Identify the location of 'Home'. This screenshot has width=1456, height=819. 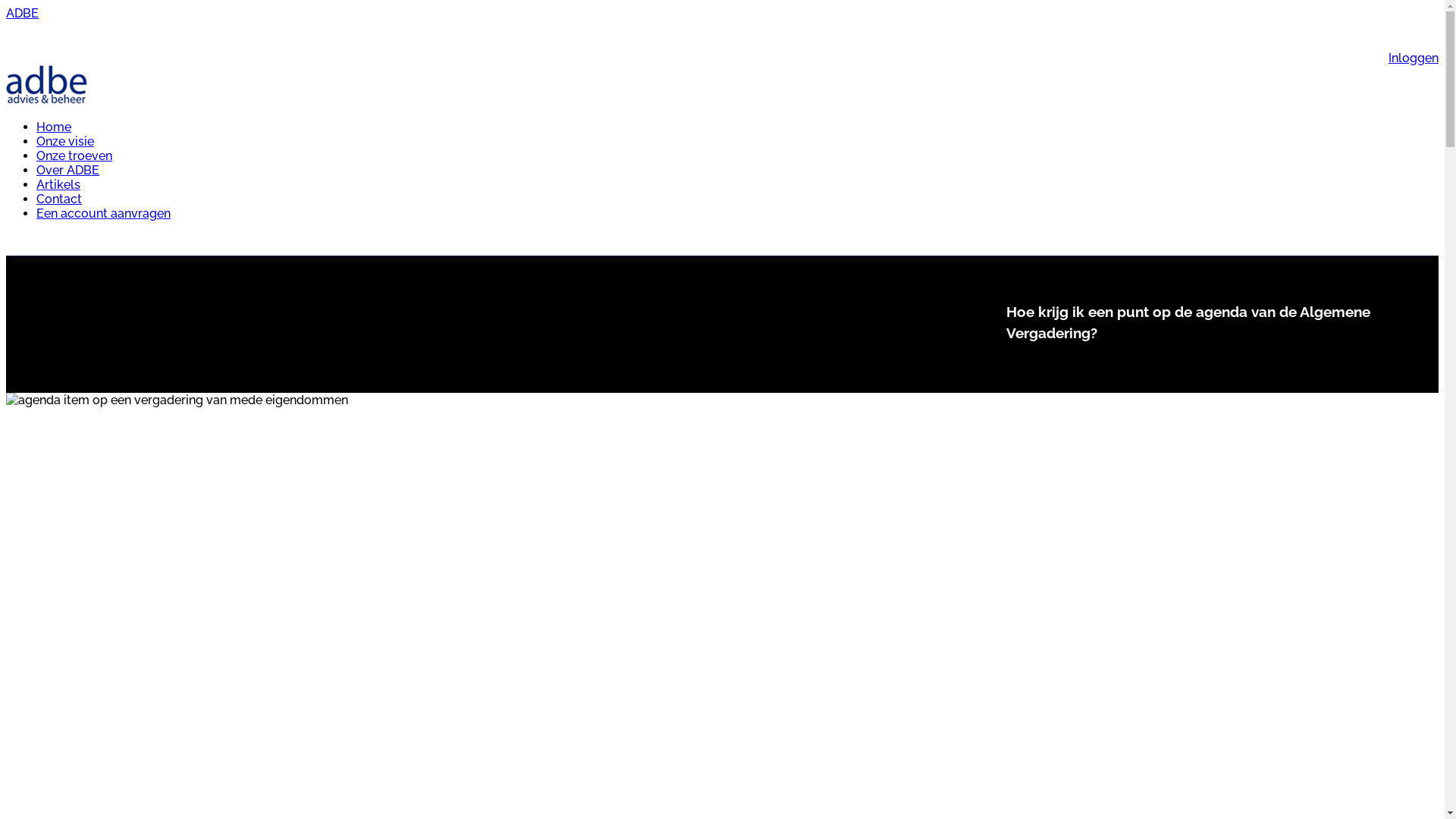
(36, 126).